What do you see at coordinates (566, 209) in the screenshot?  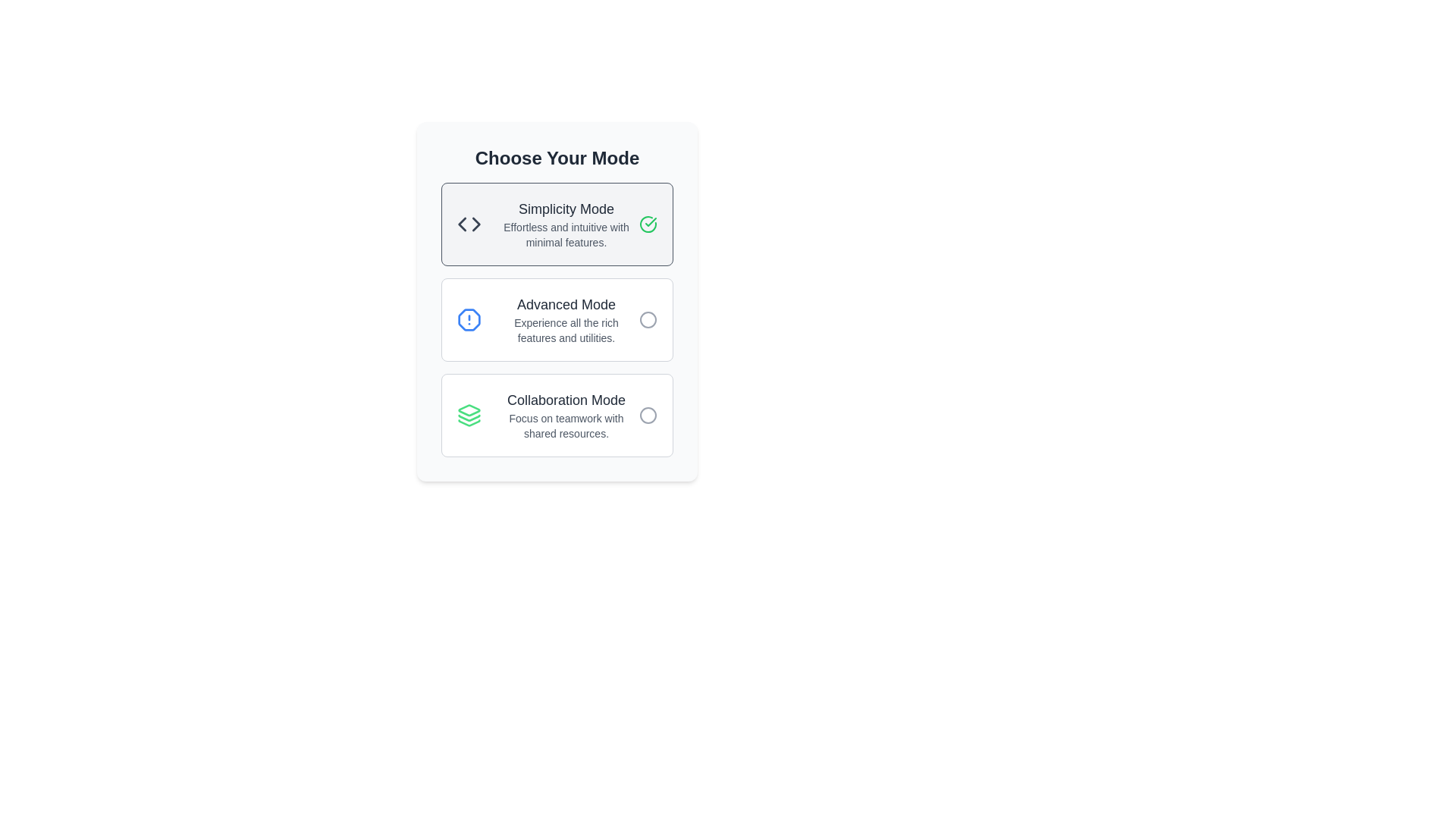 I see `the 'Simplicity Mode' label that identifies the first mode selection option in the interface` at bounding box center [566, 209].